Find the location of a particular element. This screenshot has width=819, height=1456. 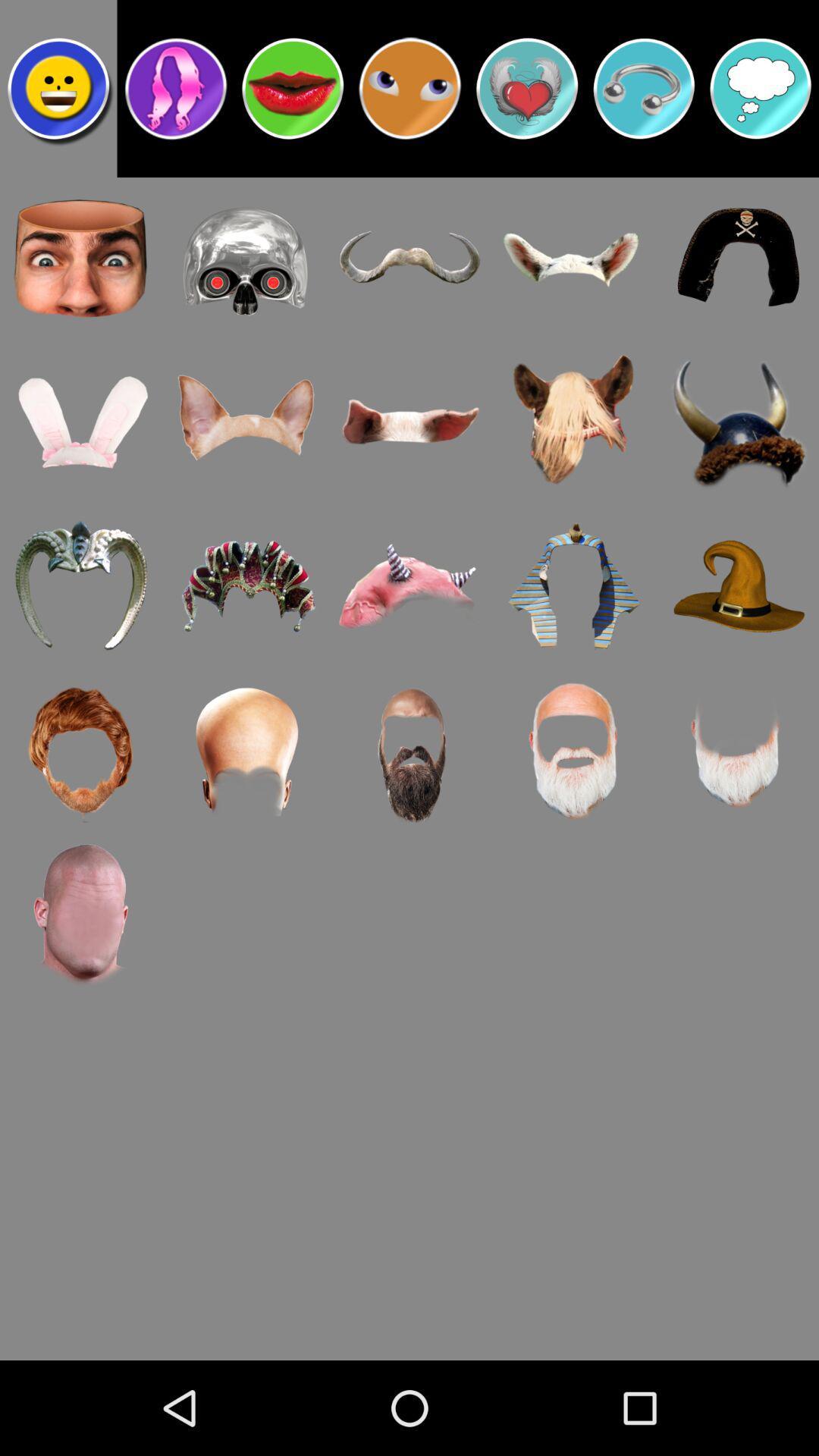

lips tools is located at coordinates (293, 87).